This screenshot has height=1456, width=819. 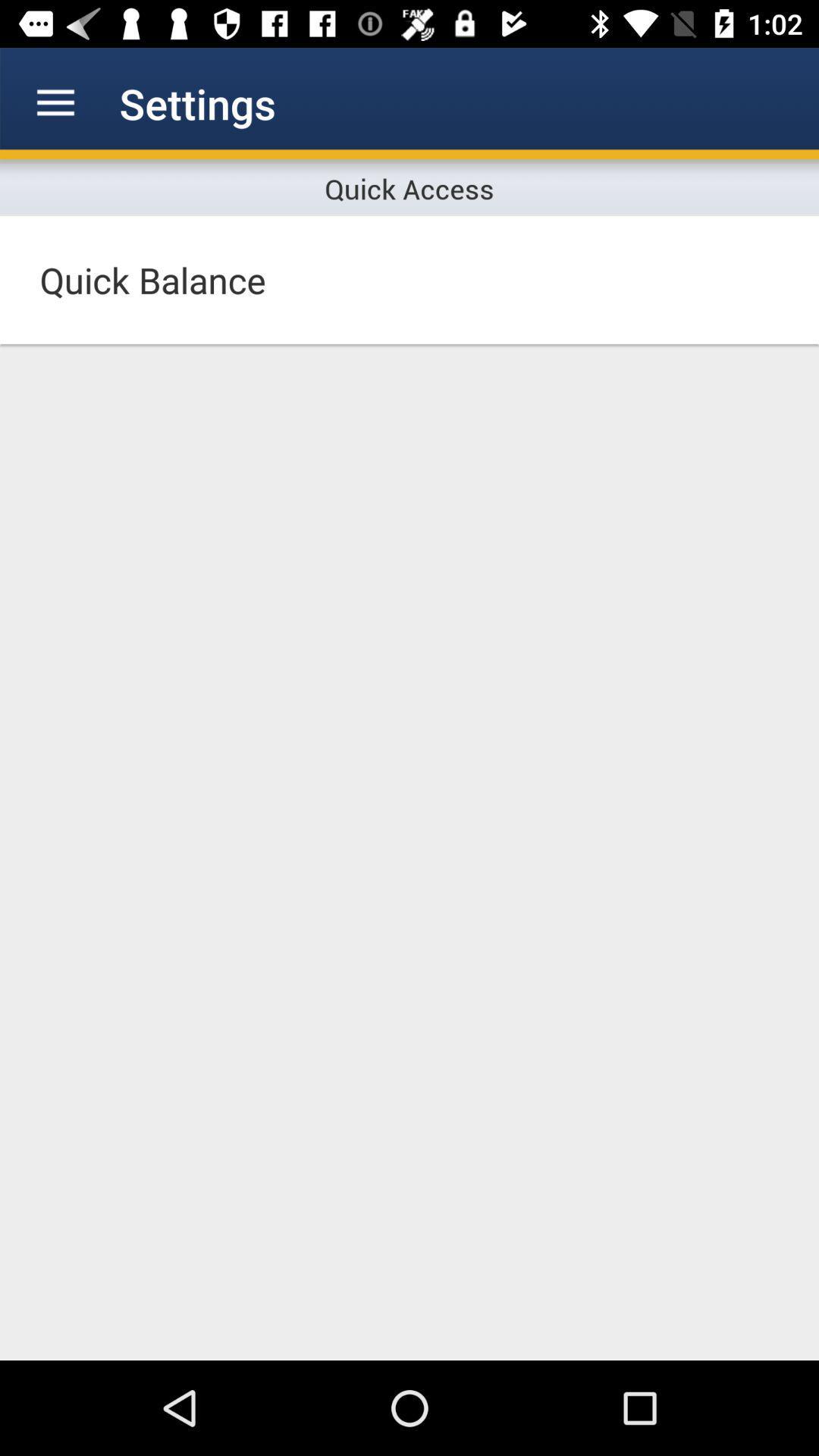 I want to click on item next to settings icon, so click(x=55, y=102).